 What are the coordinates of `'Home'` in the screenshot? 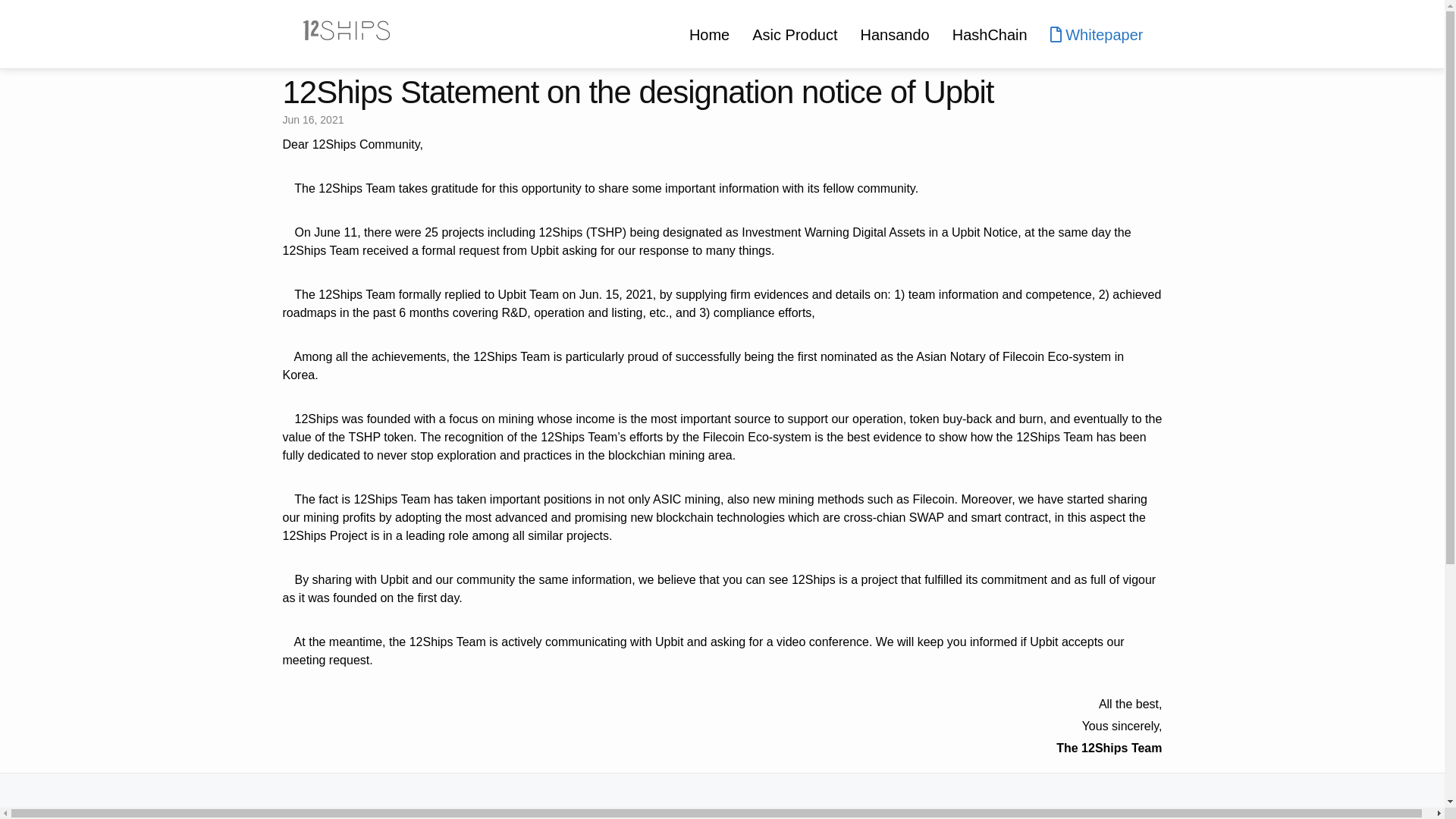 It's located at (708, 34).